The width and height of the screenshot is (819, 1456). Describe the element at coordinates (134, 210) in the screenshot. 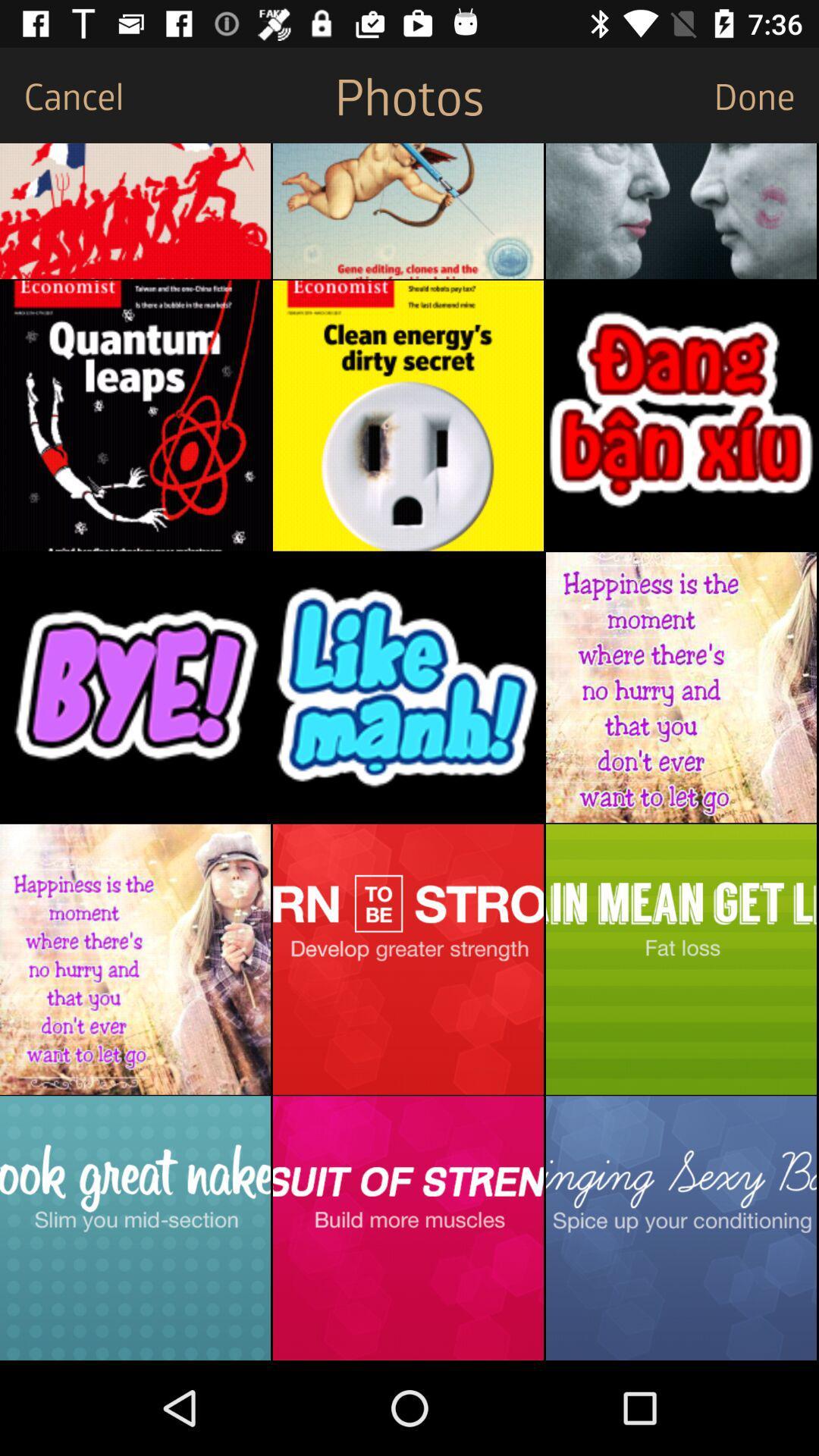

I see `the item below cancel item` at that location.